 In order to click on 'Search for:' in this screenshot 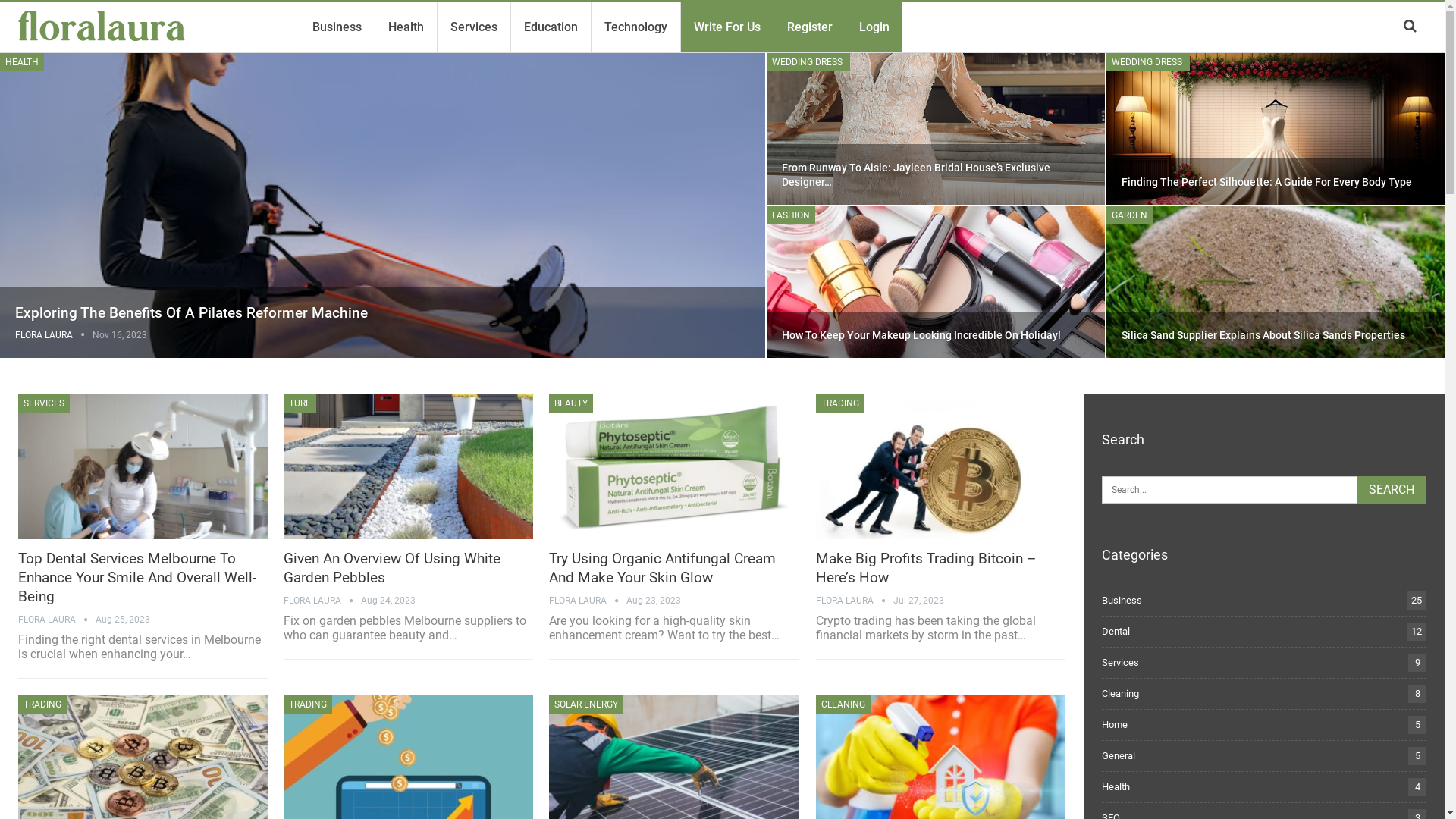, I will do `click(1263, 489)`.